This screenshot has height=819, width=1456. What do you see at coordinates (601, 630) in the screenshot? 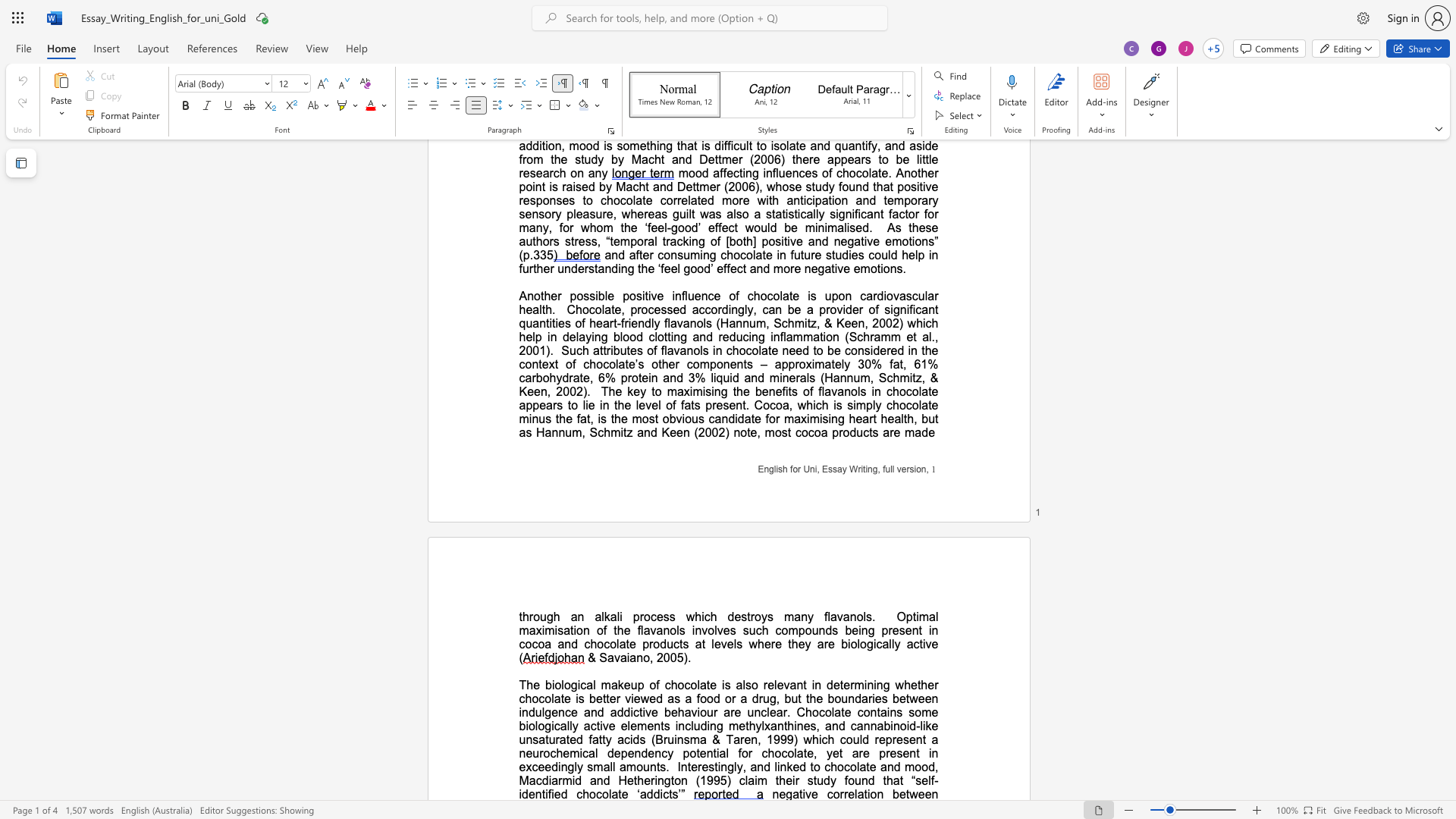
I see `the space between the continuous character "o" and "f" in the text` at bounding box center [601, 630].